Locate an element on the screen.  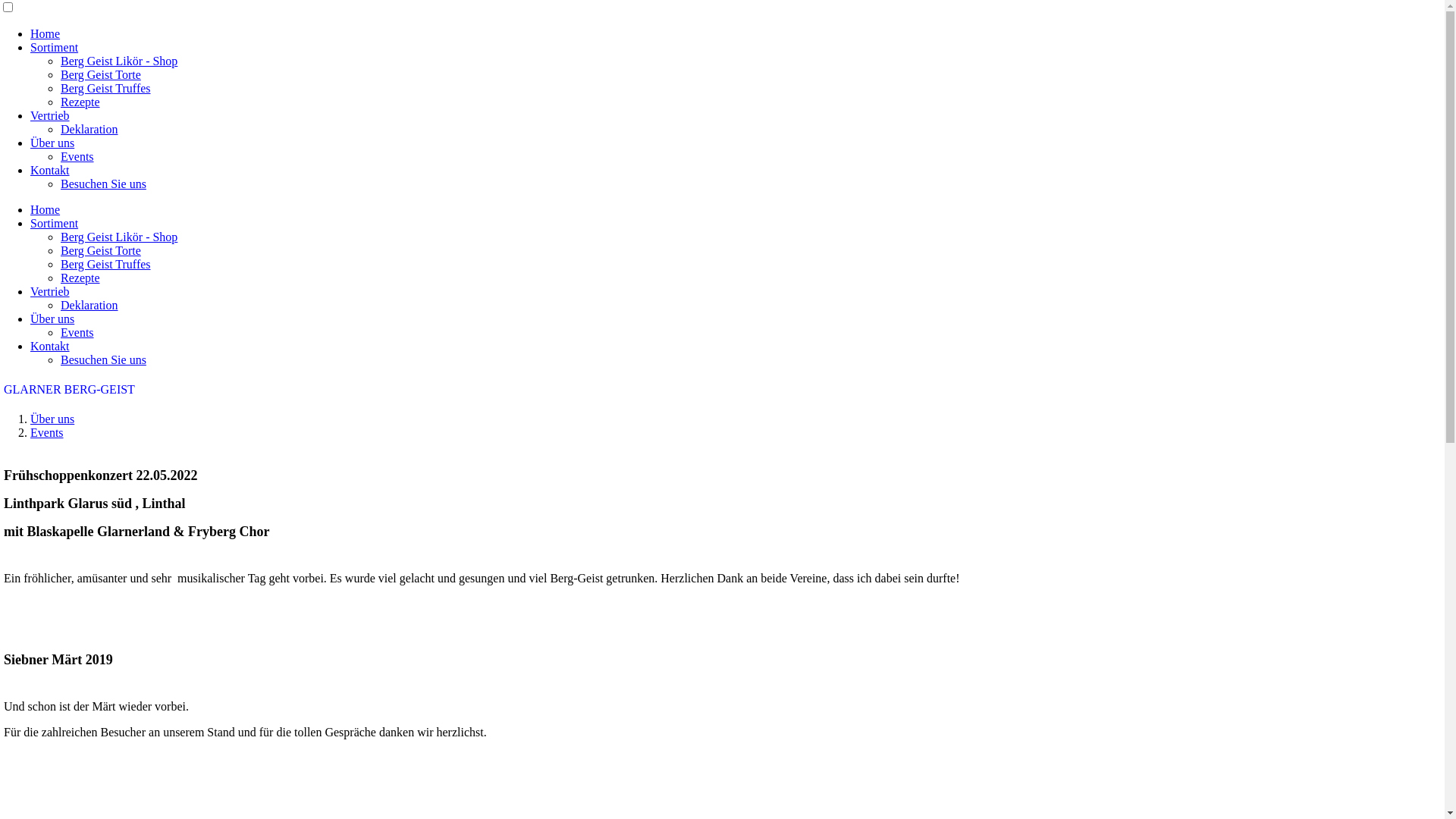
'Sortiment' is located at coordinates (54, 46).